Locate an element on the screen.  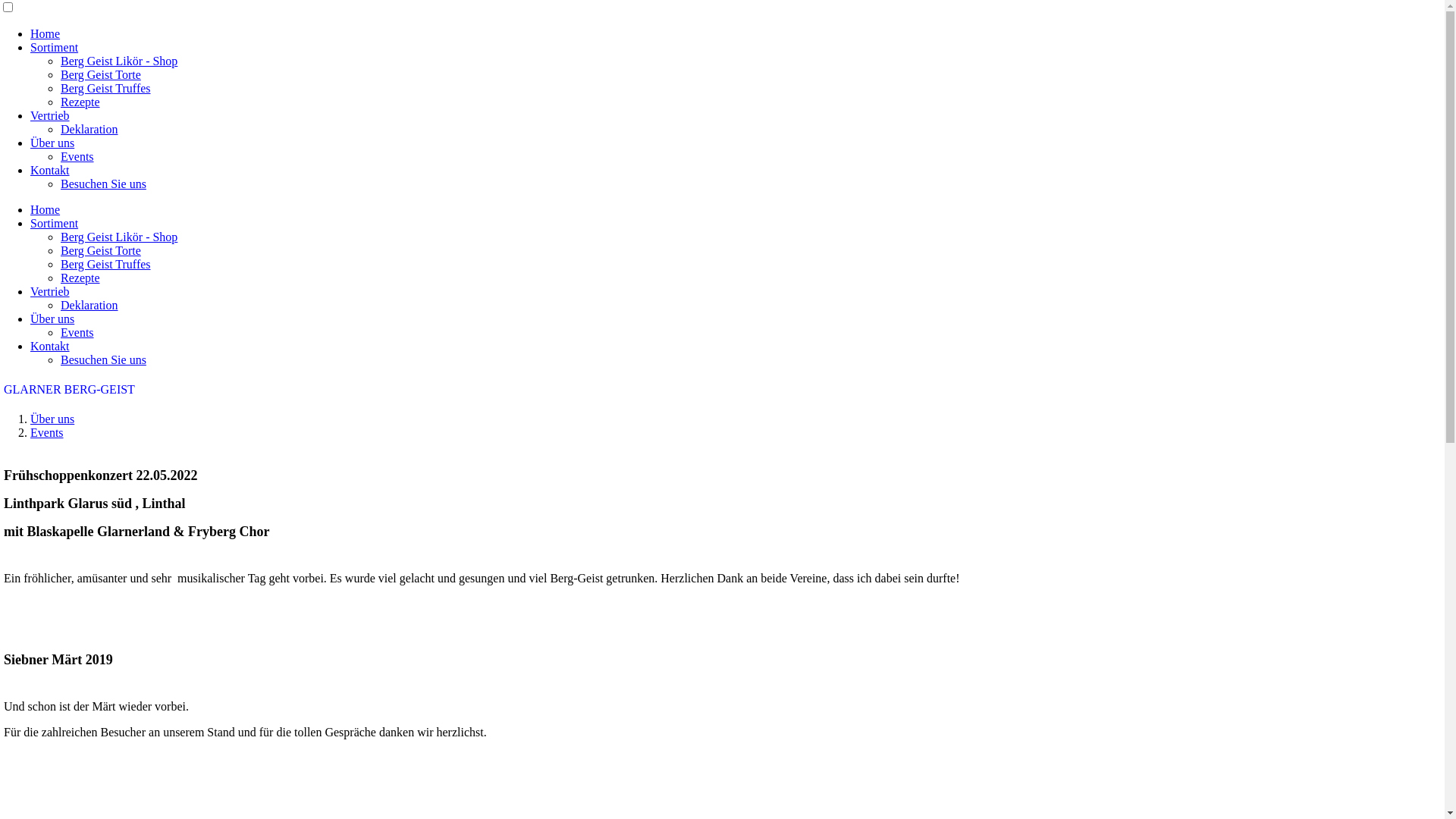
'Sortiment' is located at coordinates (54, 46).